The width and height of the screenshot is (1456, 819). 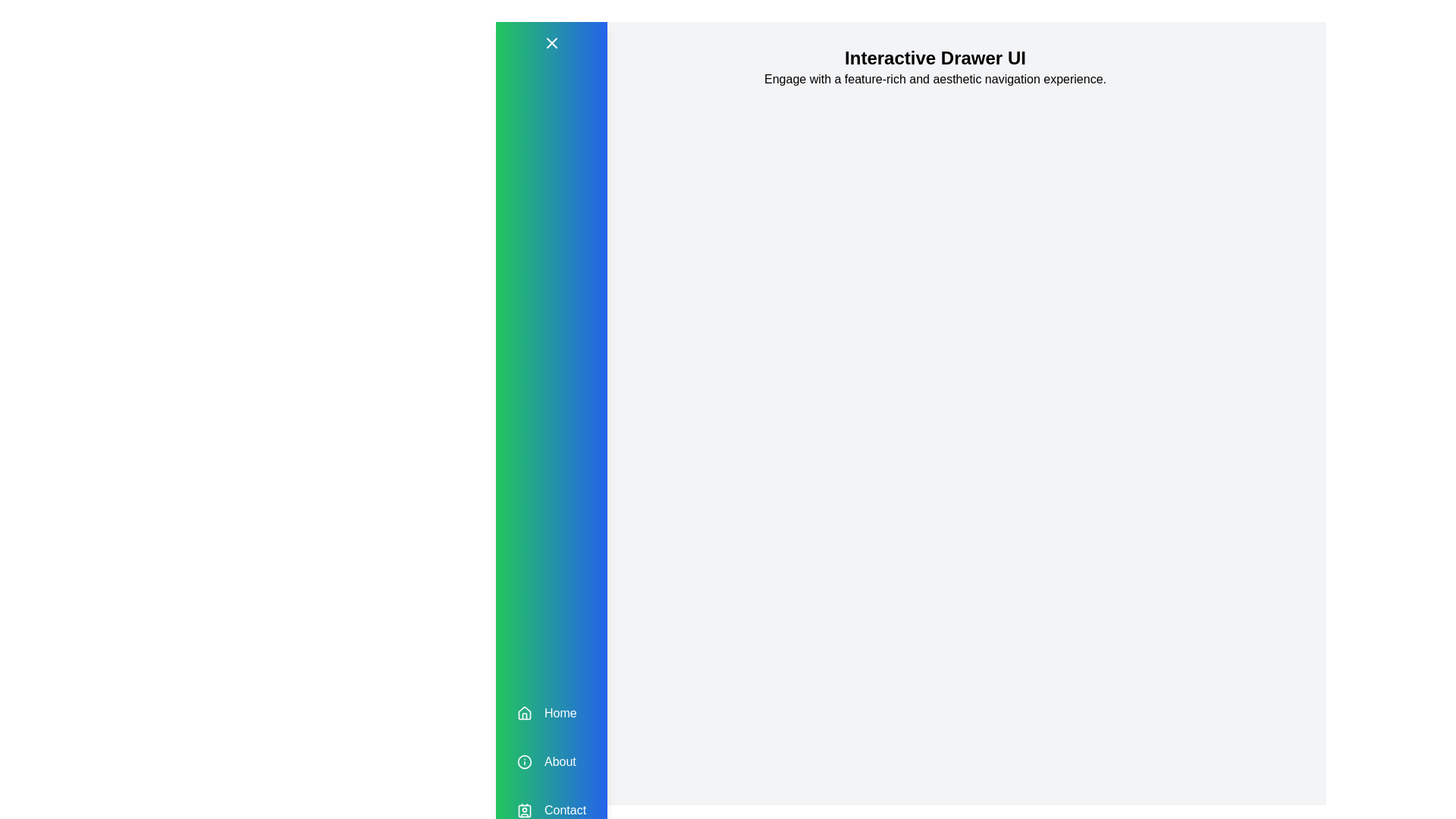 I want to click on the 'Home' menu item in the drawer, so click(x=551, y=714).